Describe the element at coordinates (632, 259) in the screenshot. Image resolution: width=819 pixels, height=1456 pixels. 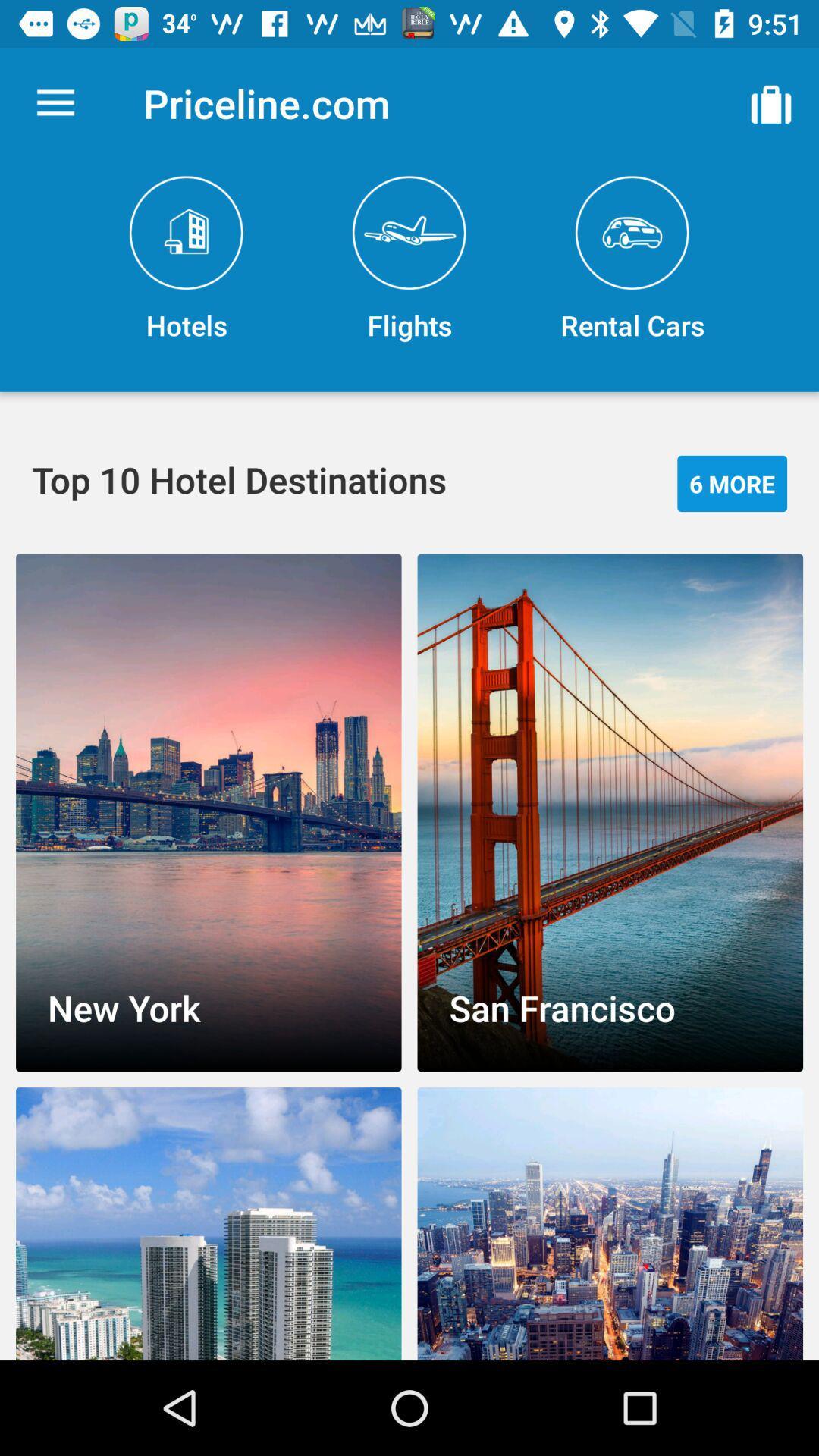
I see `rental cars icon` at that location.